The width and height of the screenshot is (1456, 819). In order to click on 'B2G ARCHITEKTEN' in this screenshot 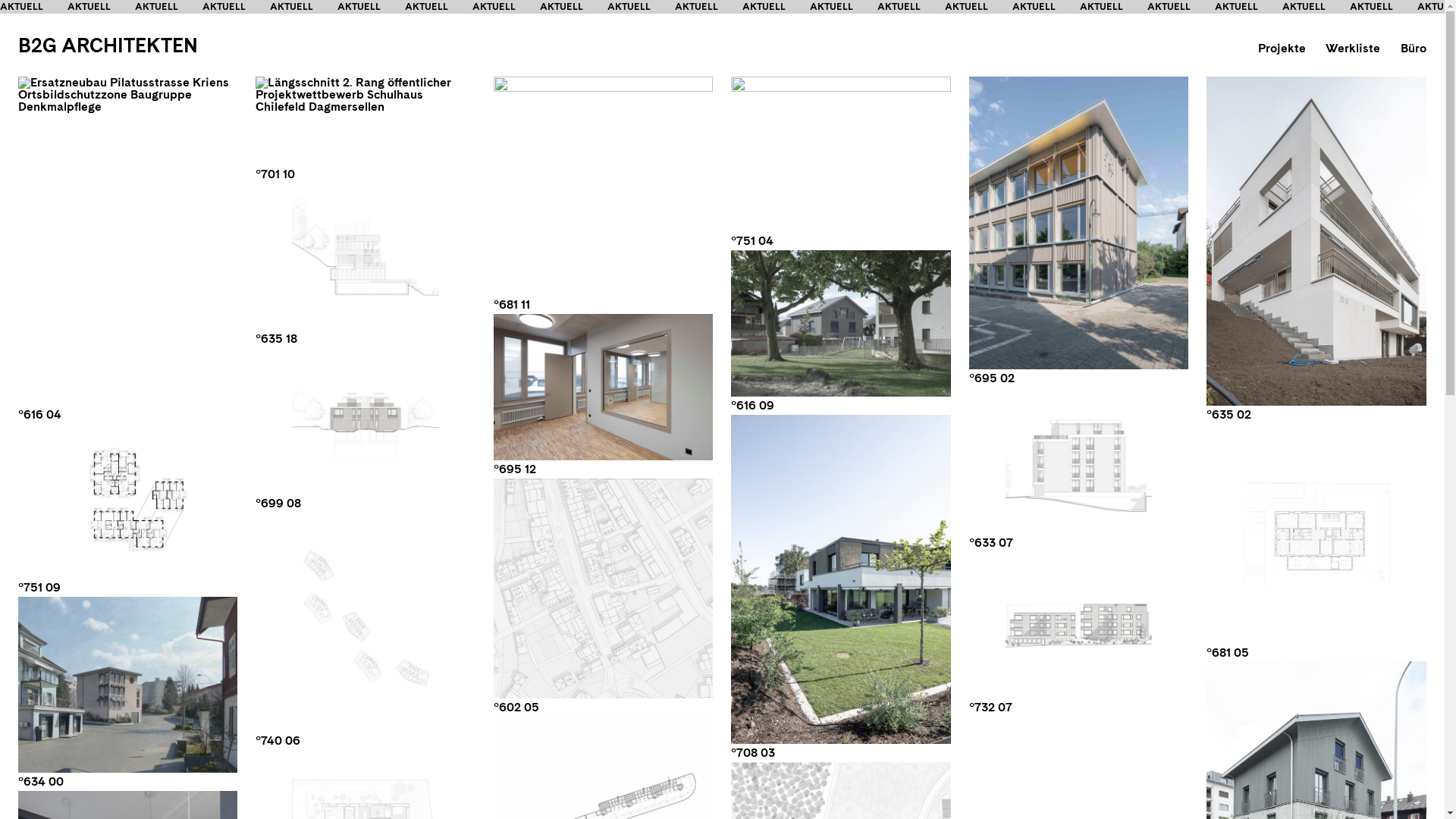, I will do `click(107, 44)`.